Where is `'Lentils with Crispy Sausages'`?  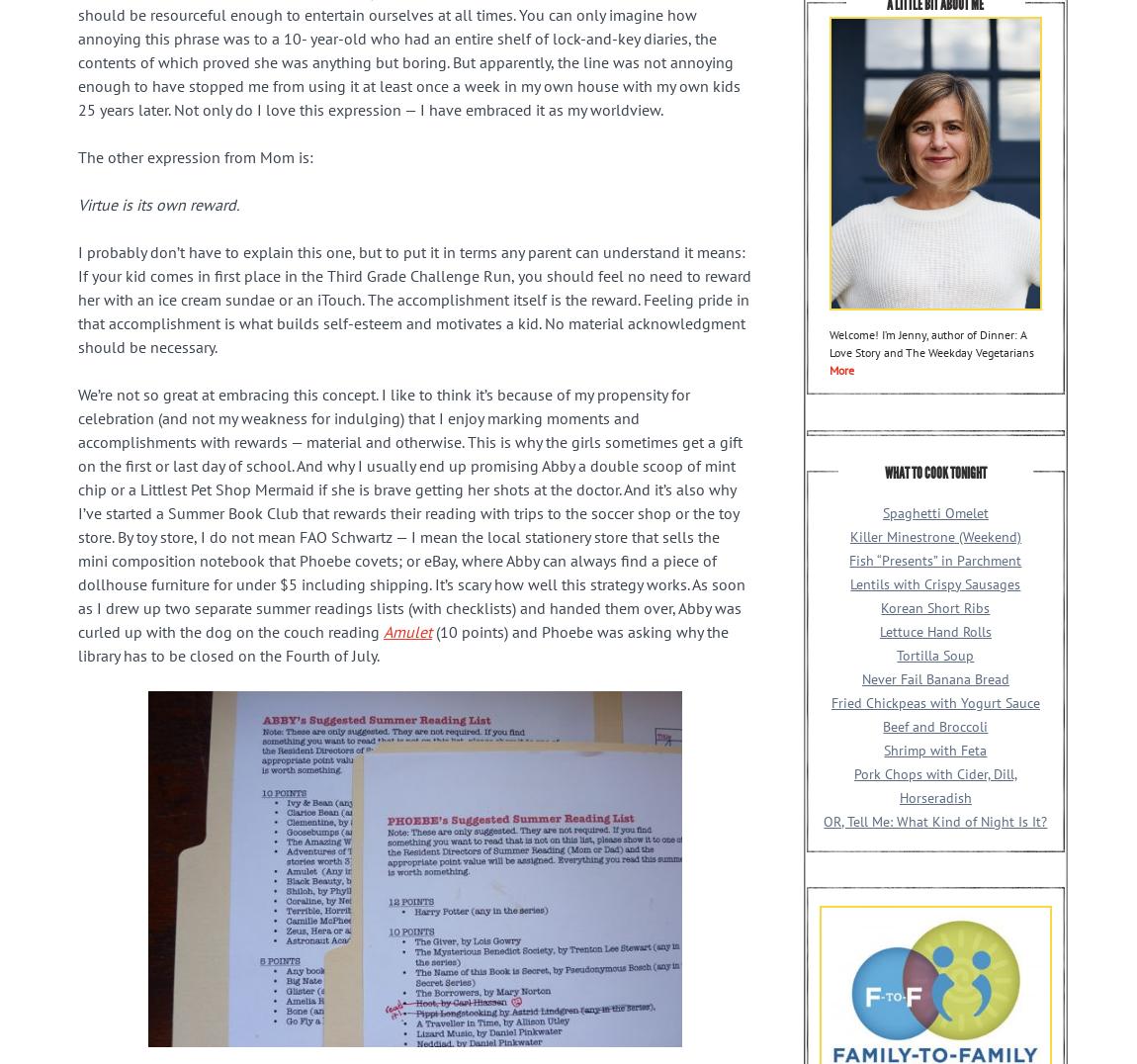 'Lentils with Crispy Sausages' is located at coordinates (934, 582).